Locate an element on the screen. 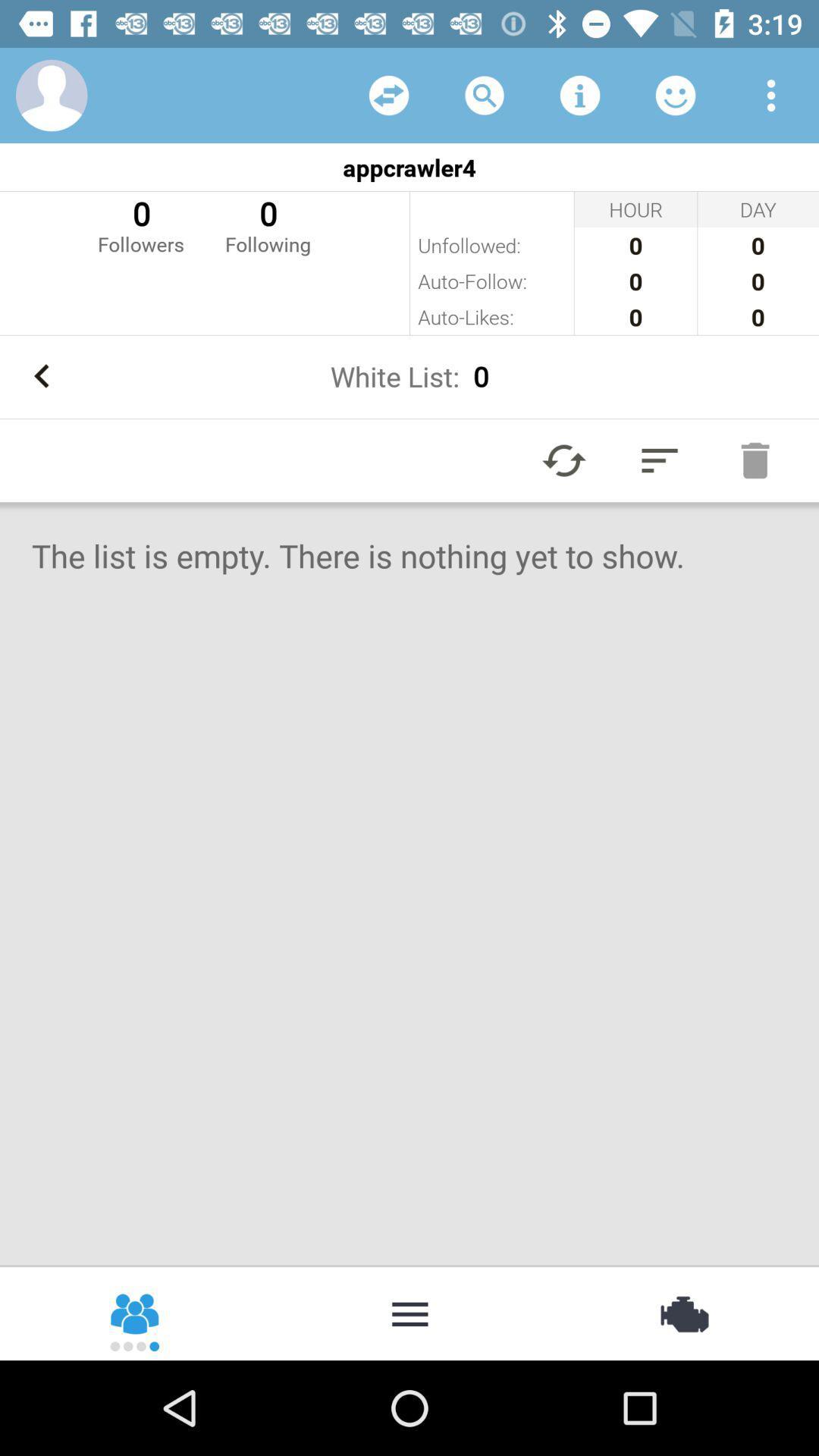 The height and width of the screenshot is (1456, 819). your account is located at coordinates (51, 94).